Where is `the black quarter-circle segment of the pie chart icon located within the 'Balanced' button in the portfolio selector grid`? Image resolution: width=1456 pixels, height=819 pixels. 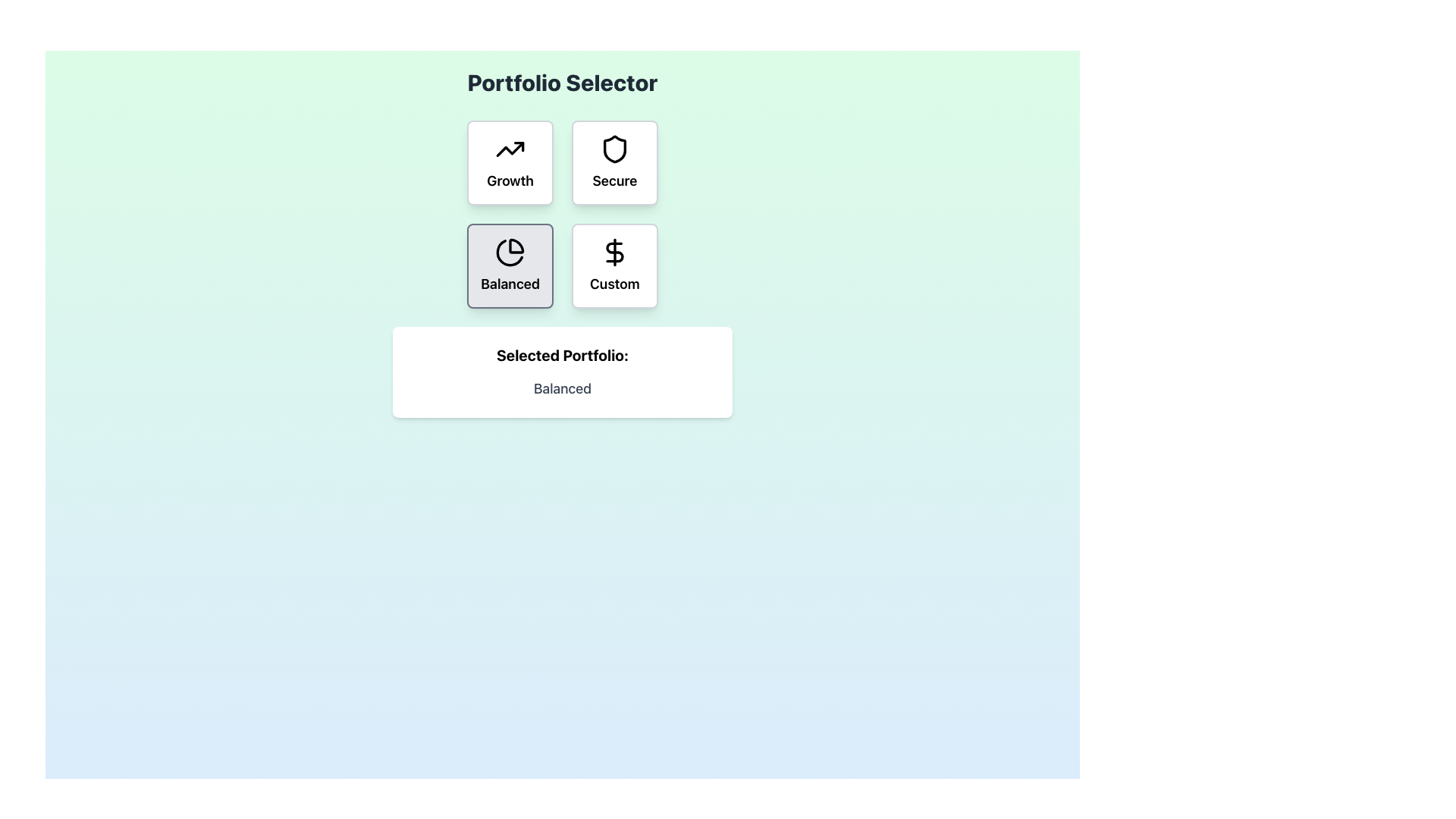
the black quarter-circle segment of the pie chart icon located within the 'Balanced' button in the portfolio selector grid is located at coordinates (516, 245).